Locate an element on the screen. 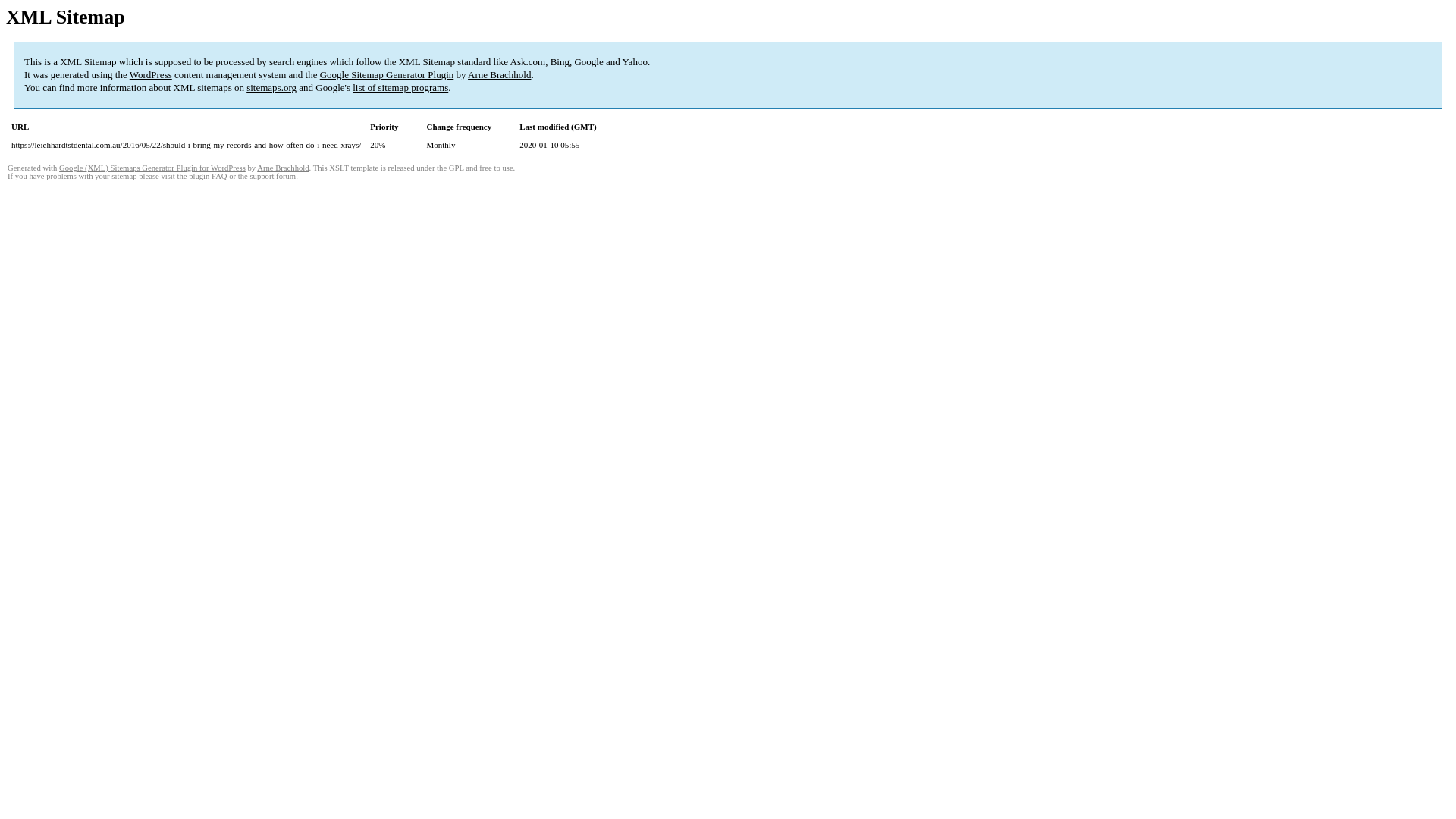  'sitemaps.org' is located at coordinates (271, 87).